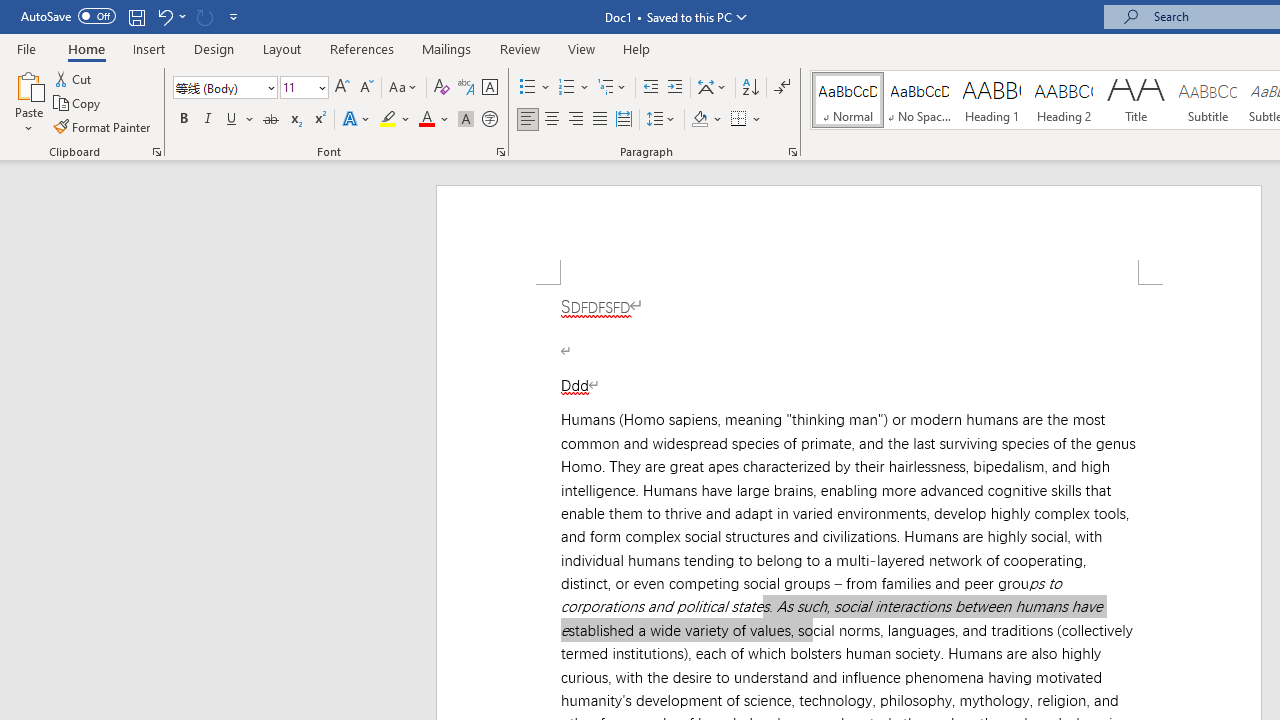 This screenshot has height=720, width=1280. I want to click on 'Justify', so click(598, 119).